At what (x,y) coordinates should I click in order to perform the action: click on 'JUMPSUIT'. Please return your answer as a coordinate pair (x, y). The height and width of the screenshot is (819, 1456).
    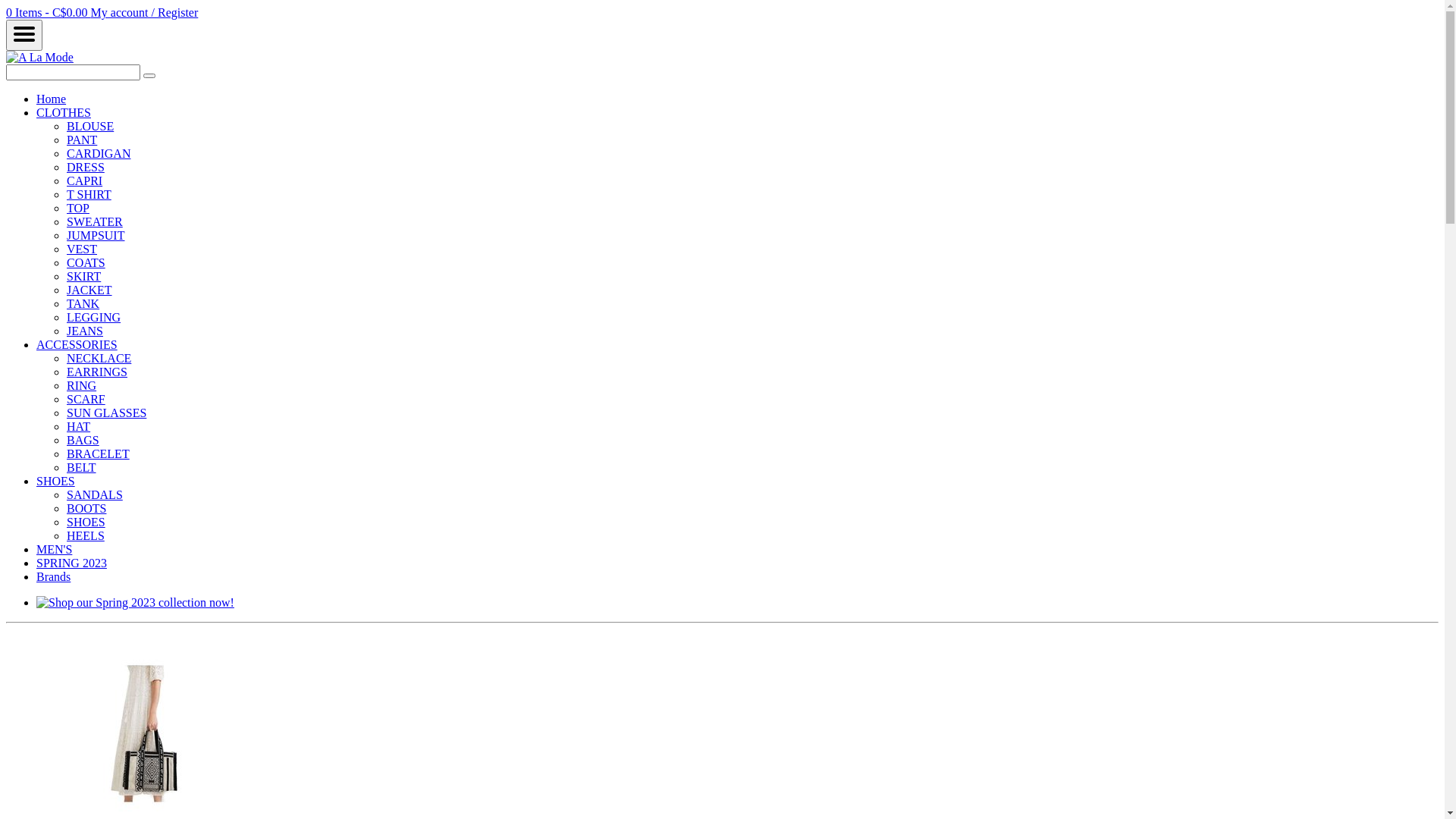
    Looking at the image, I should click on (65, 235).